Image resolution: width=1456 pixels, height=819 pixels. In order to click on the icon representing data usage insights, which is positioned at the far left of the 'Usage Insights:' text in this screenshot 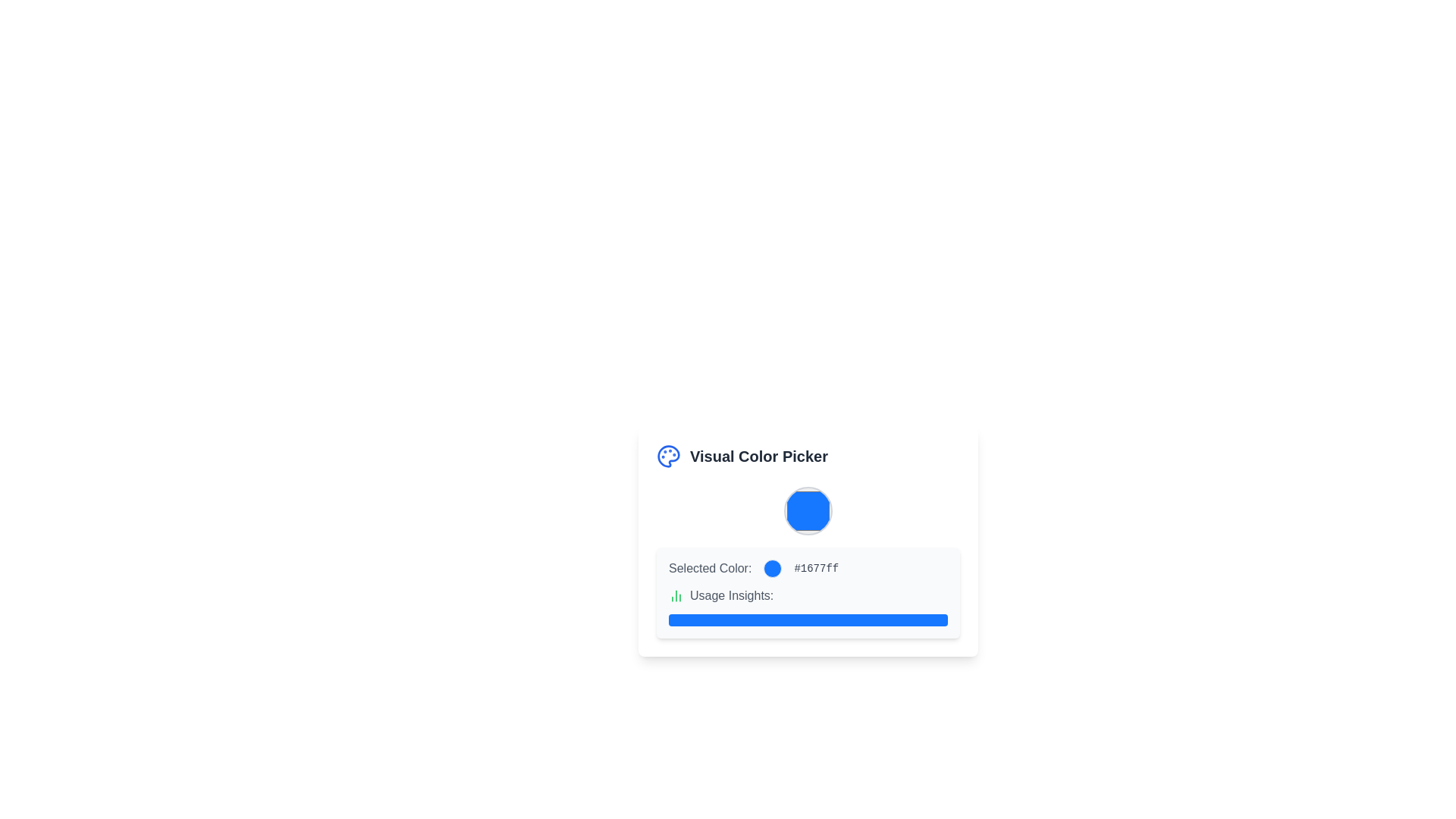, I will do `click(676, 595)`.